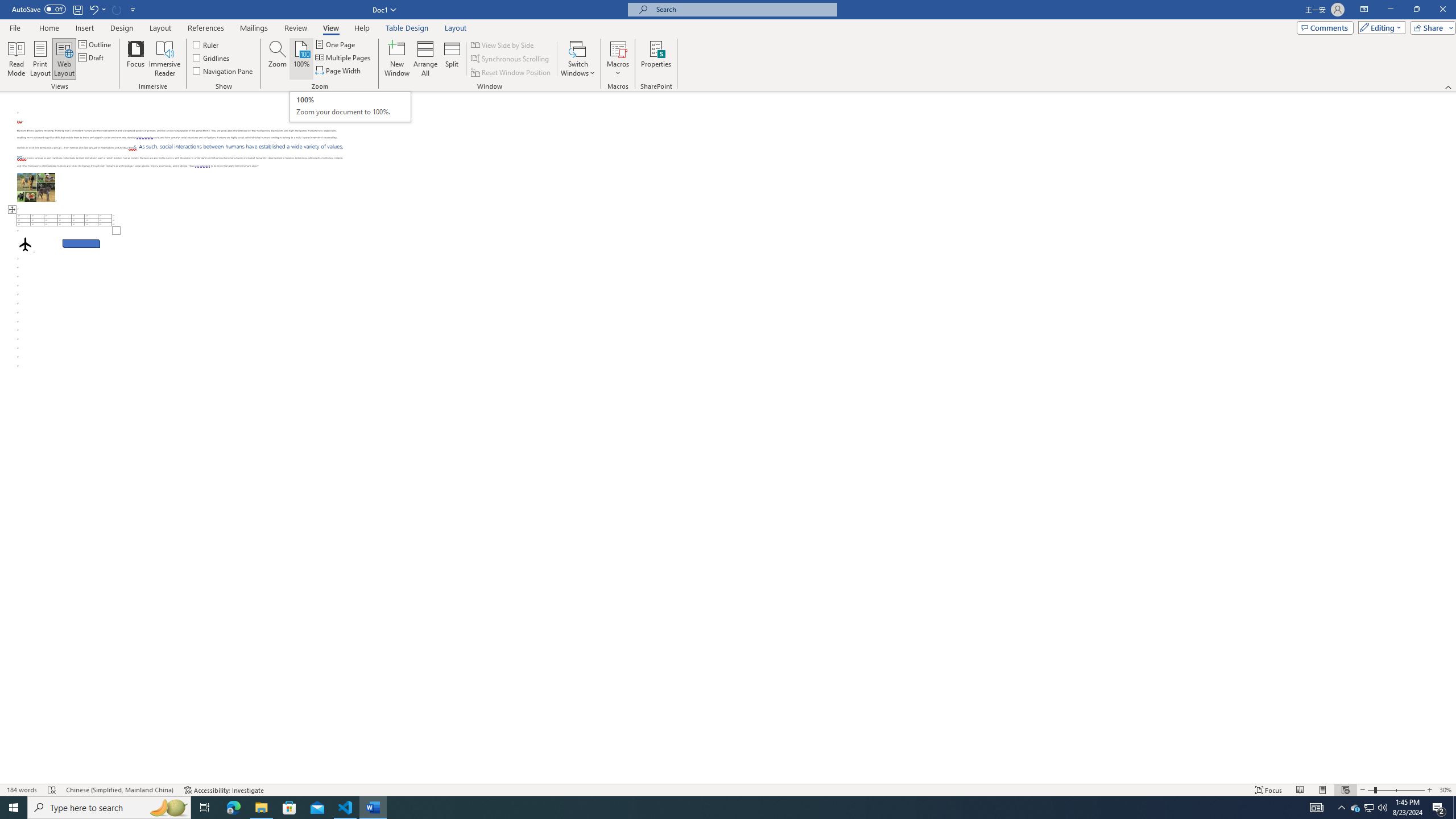 This screenshot has width=1456, height=819. Describe the element at coordinates (617, 59) in the screenshot. I see `'Macros'` at that location.